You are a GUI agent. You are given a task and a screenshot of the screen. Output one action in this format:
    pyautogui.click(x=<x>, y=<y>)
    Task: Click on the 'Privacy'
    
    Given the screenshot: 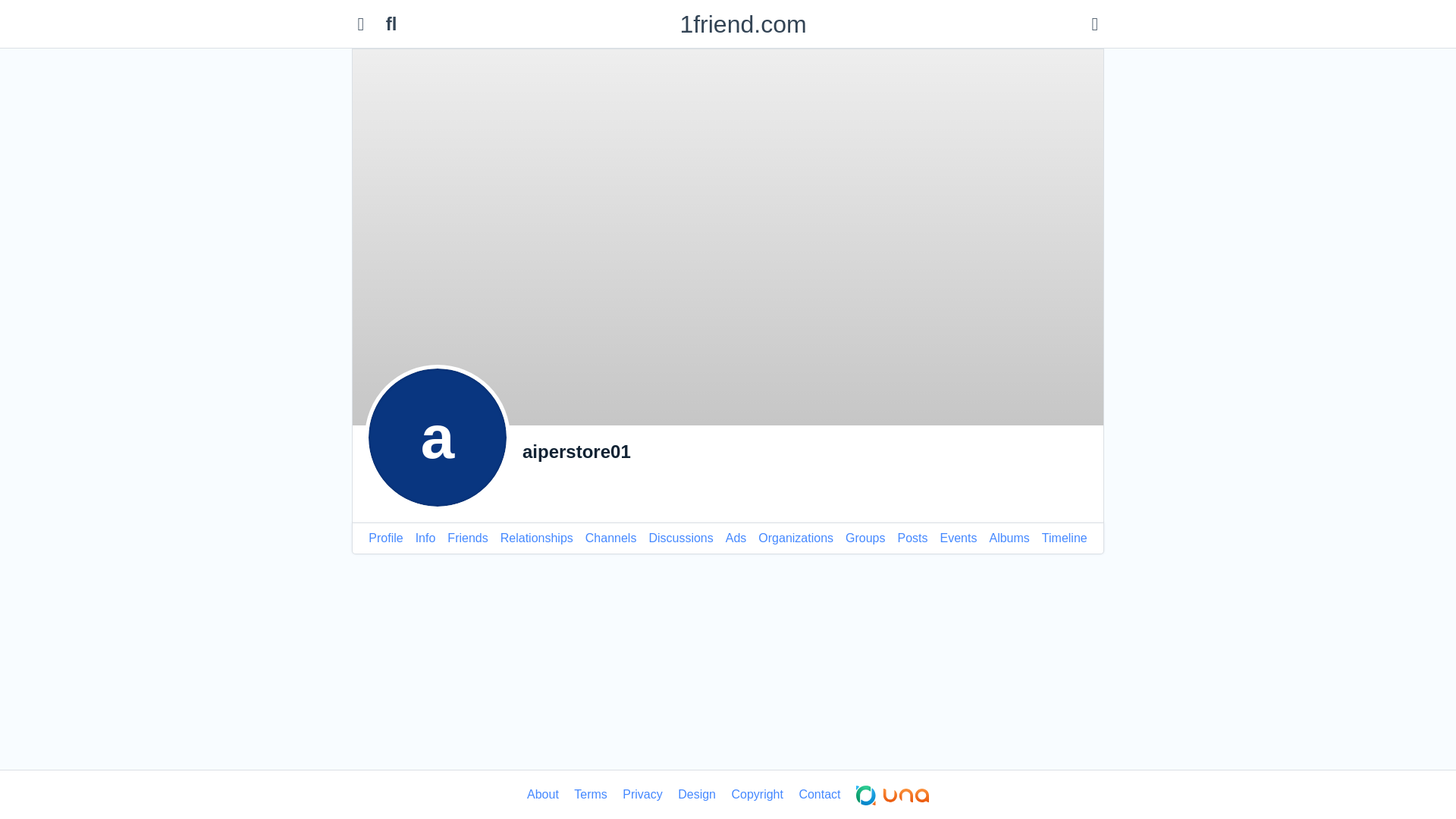 What is the action you would take?
    pyautogui.click(x=642, y=794)
    